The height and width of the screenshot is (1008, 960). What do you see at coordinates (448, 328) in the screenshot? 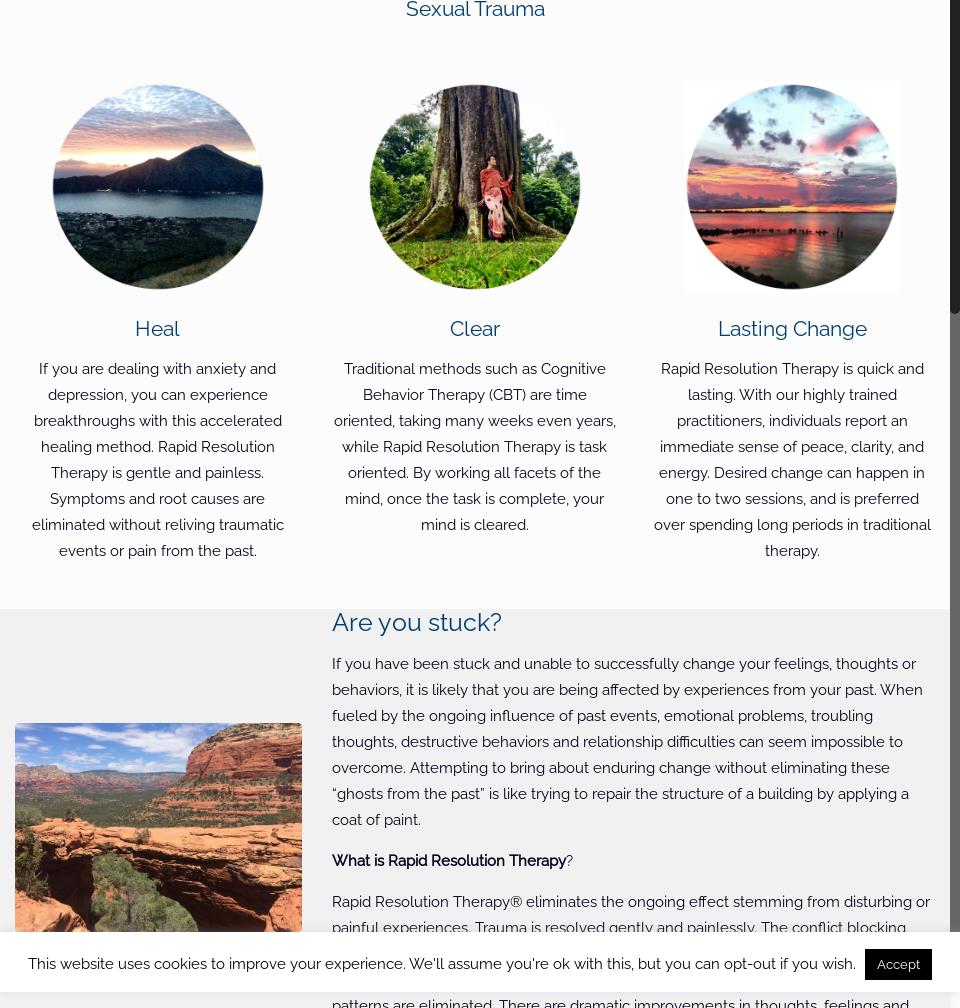
I see `'Clear'` at bounding box center [448, 328].